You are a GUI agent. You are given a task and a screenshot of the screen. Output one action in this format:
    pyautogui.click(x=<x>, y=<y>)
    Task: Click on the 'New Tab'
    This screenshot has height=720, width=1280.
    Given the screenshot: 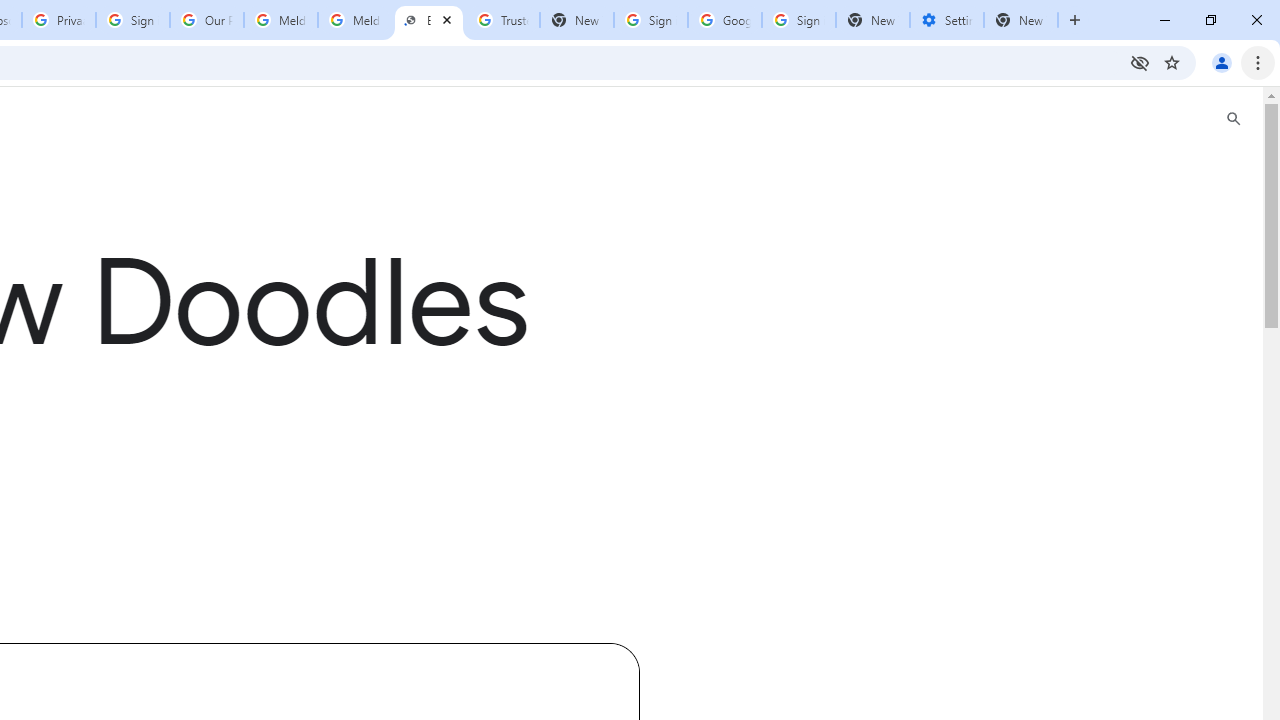 What is the action you would take?
    pyautogui.click(x=872, y=20)
    